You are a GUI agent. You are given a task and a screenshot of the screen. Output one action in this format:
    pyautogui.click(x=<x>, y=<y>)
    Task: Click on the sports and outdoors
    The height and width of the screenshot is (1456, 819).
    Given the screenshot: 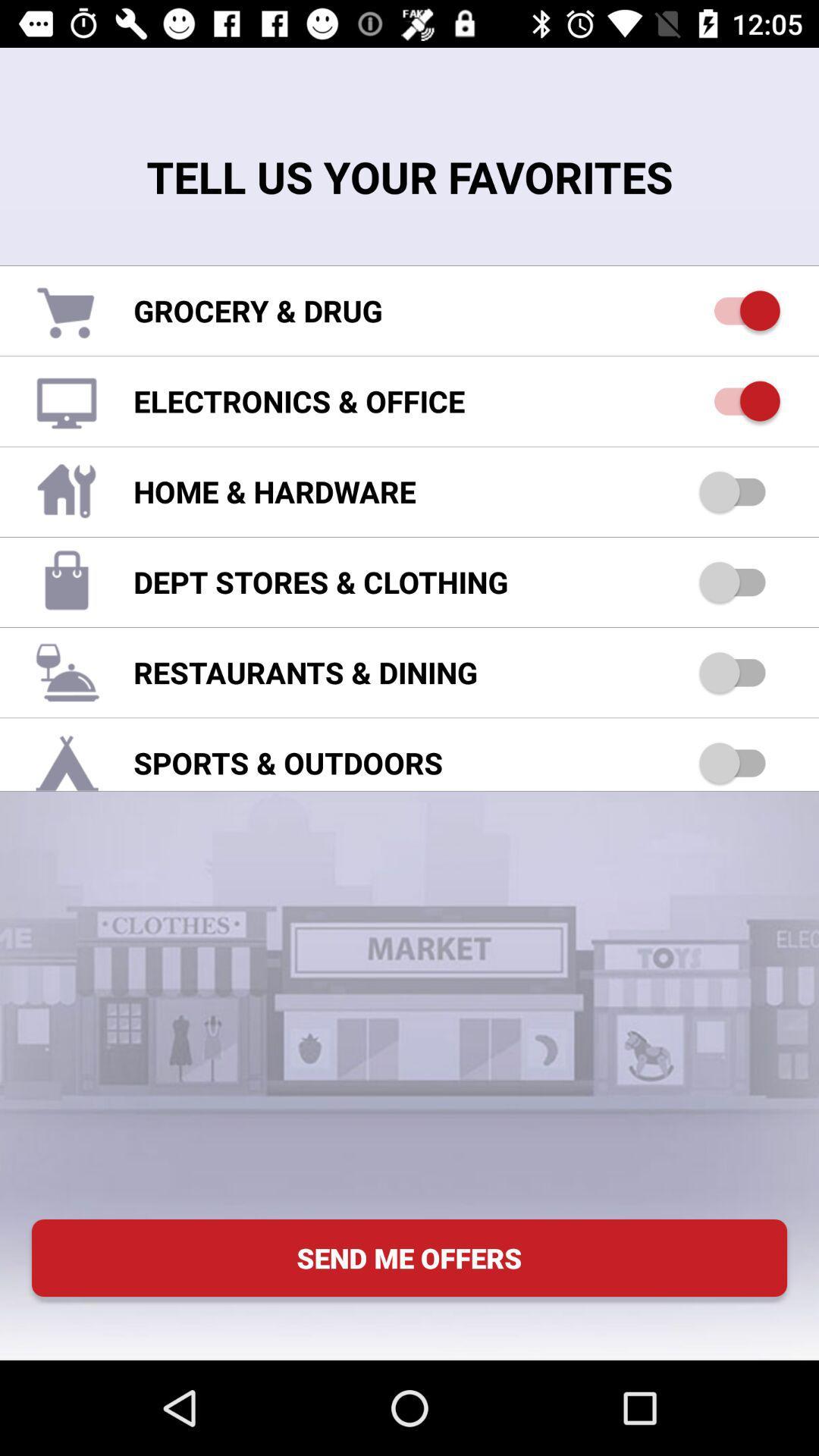 What is the action you would take?
    pyautogui.click(x=739, y=763)
    